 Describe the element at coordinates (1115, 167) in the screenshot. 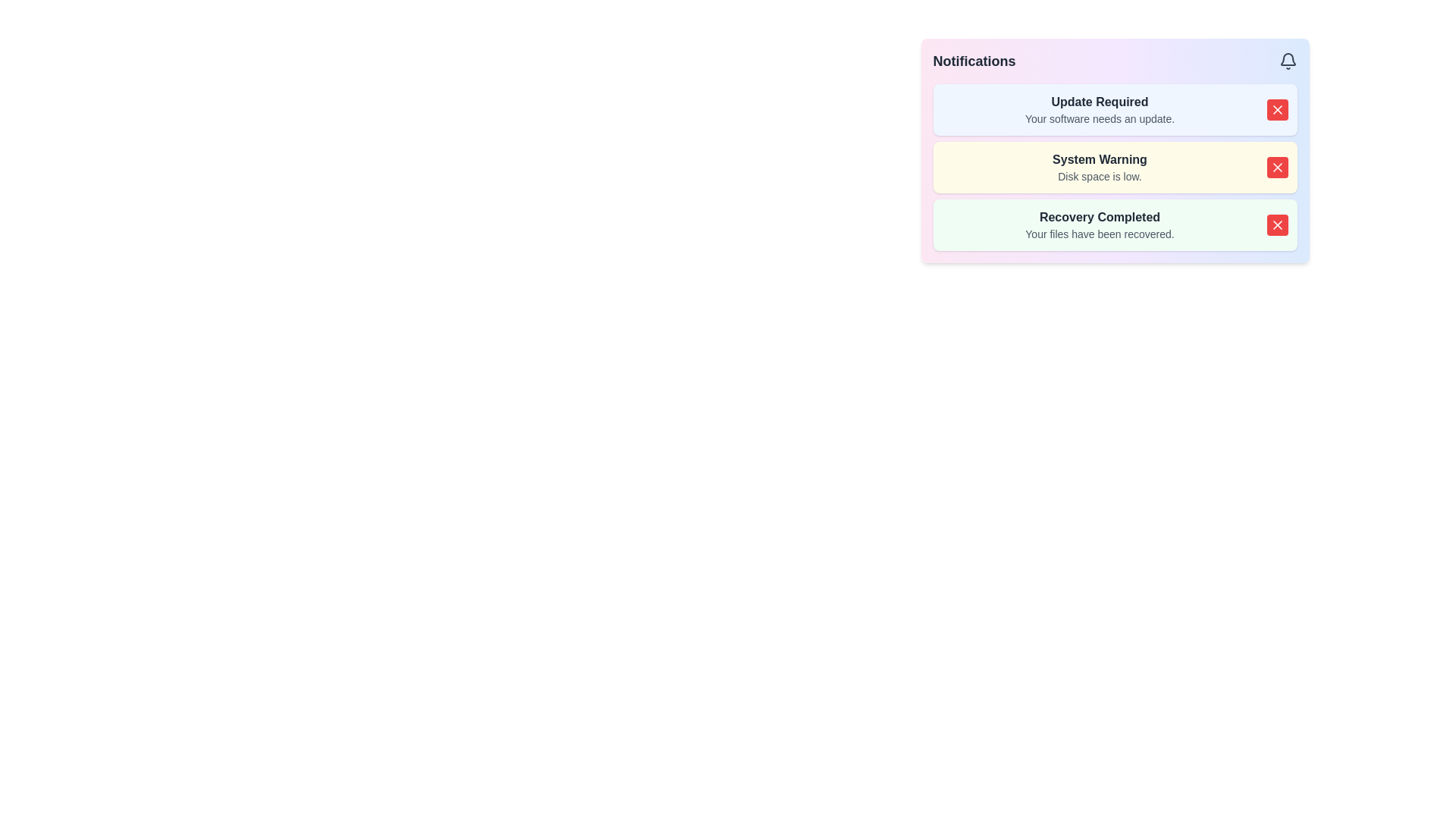

I see `the notification box with the title 'System Warning' to potentially reveal more options` at that location.